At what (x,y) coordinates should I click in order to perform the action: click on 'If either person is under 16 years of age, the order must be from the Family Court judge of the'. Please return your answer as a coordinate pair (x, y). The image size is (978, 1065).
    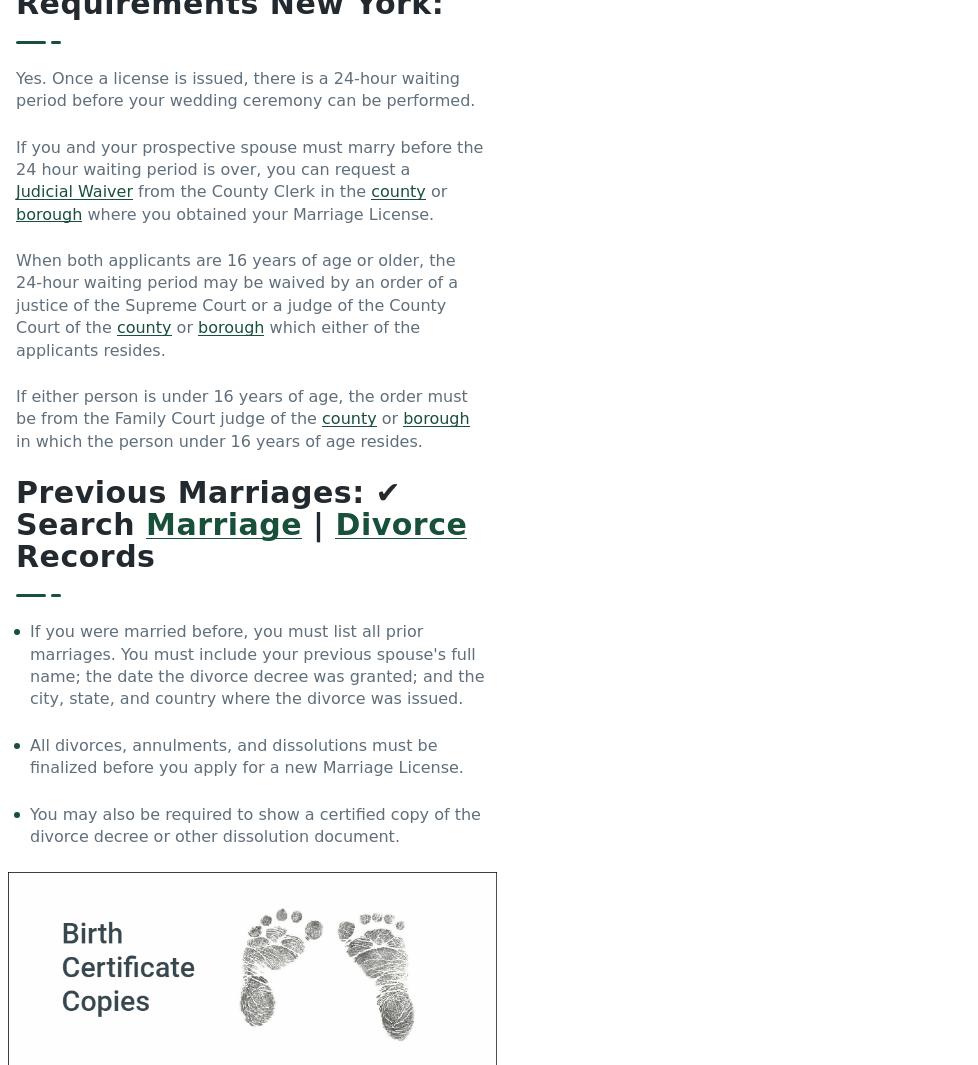
    Looking at the image, I should click on (16, 406).